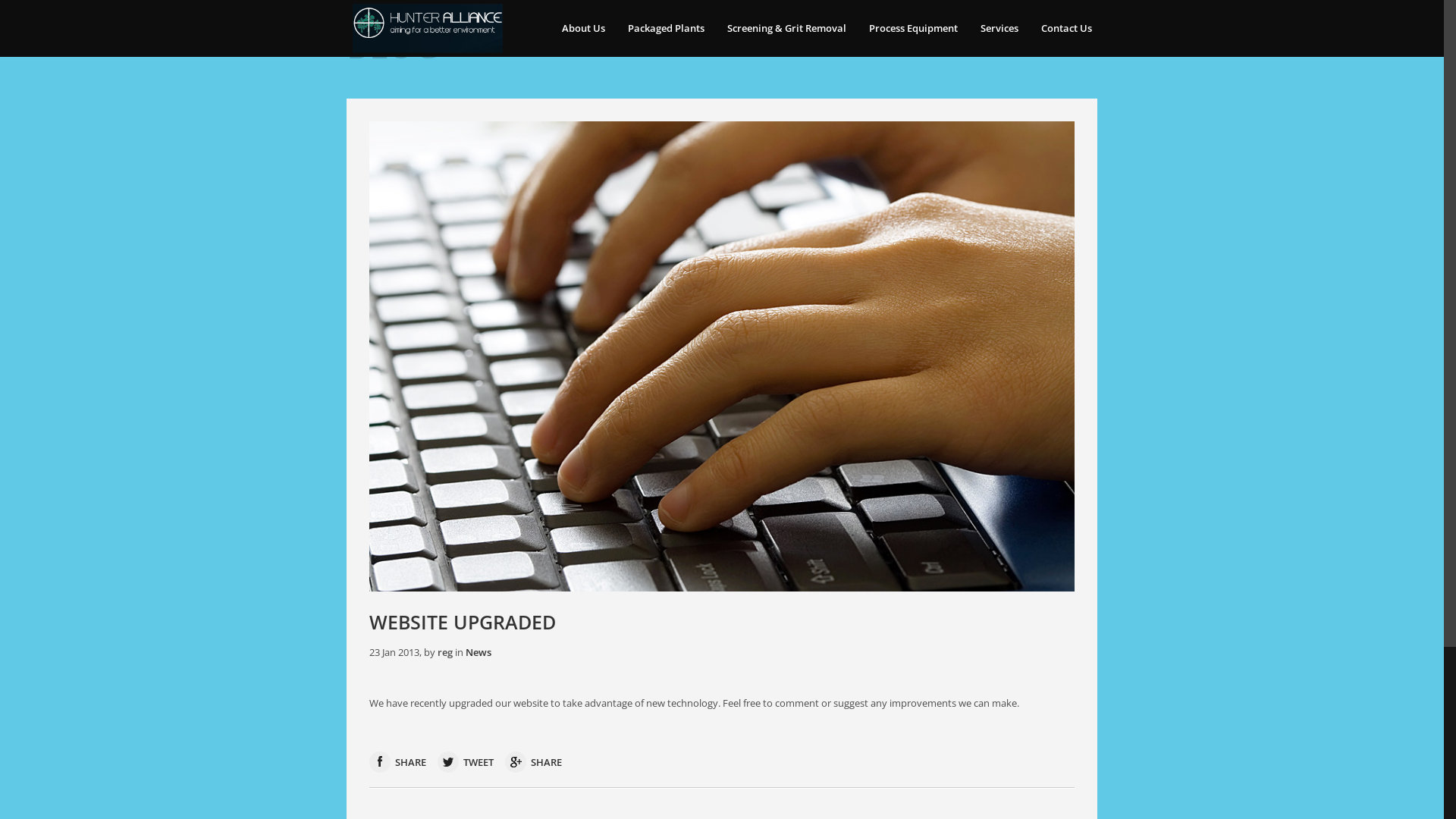  Describe the element at coordinates (533, 762) in the screenshot. I see `'SHARE'` at that location.